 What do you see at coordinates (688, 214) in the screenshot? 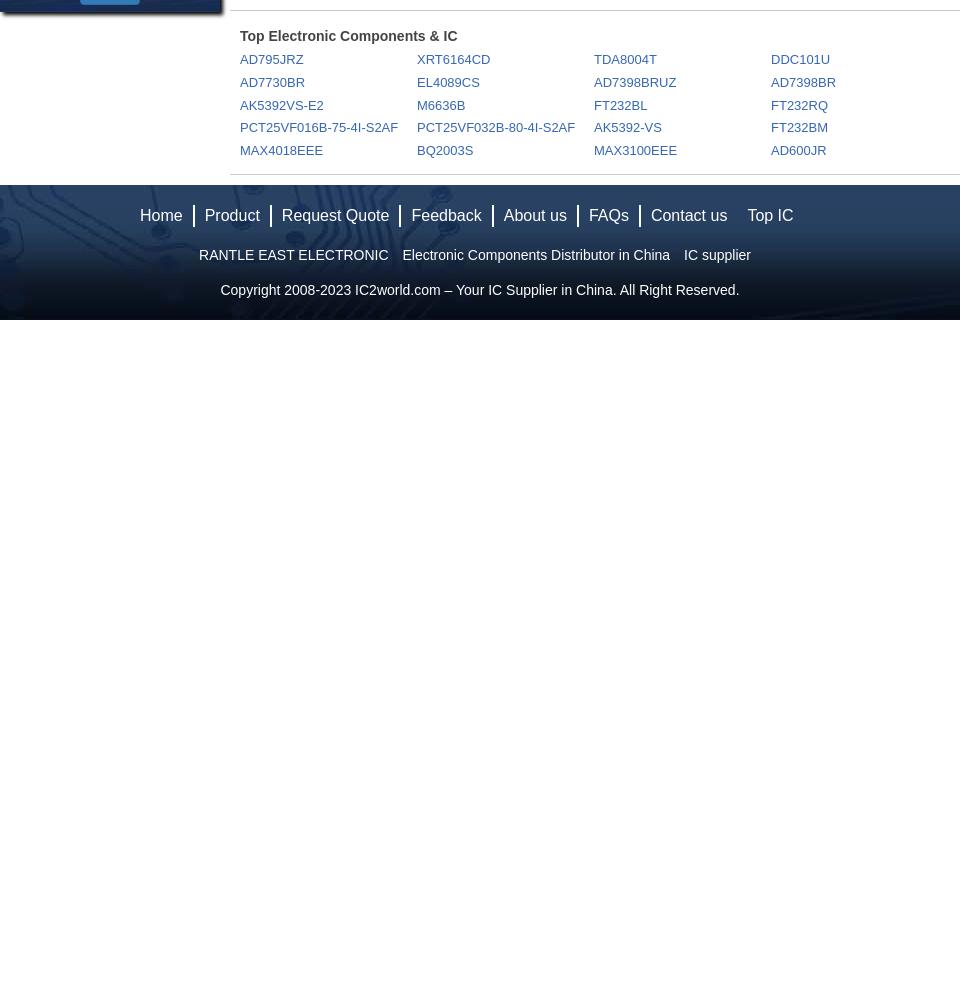
I see `'Contact us'` at bounding box center [688, 214].